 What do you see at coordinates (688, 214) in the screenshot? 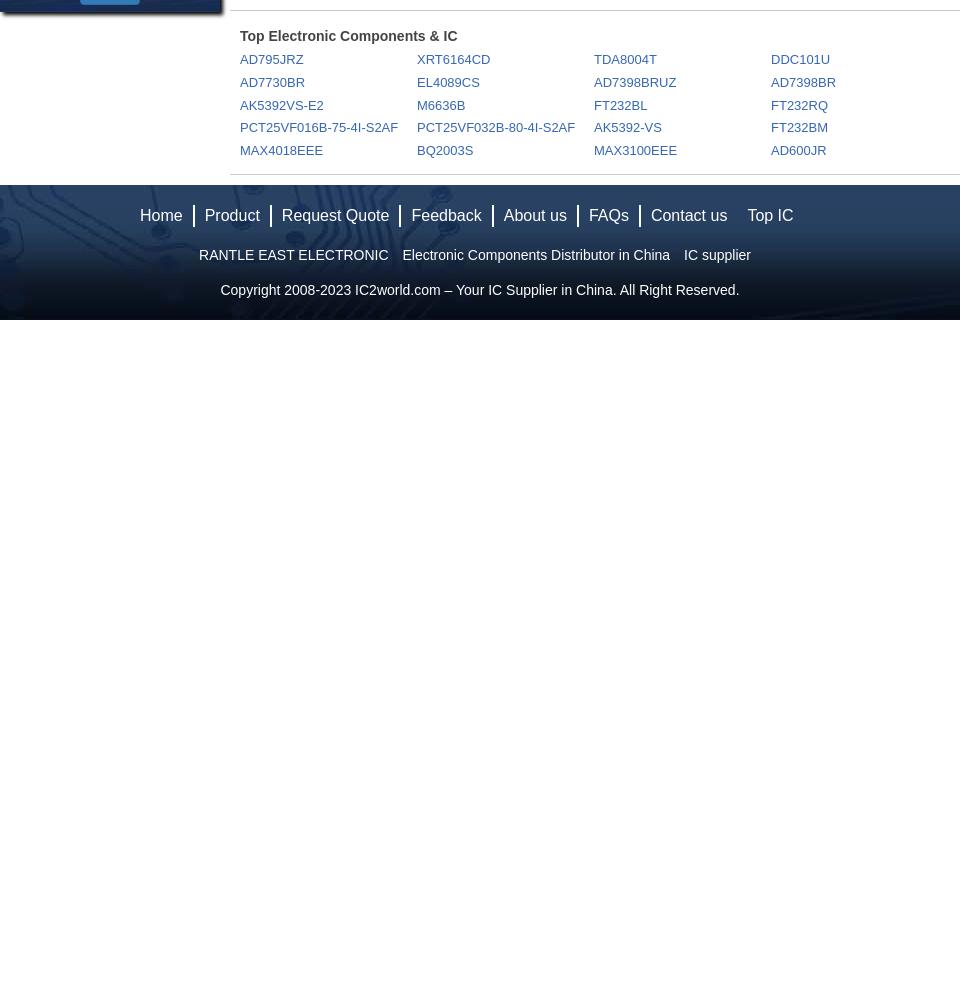
I see `'Contact us'` at bounding box center [688, 214].